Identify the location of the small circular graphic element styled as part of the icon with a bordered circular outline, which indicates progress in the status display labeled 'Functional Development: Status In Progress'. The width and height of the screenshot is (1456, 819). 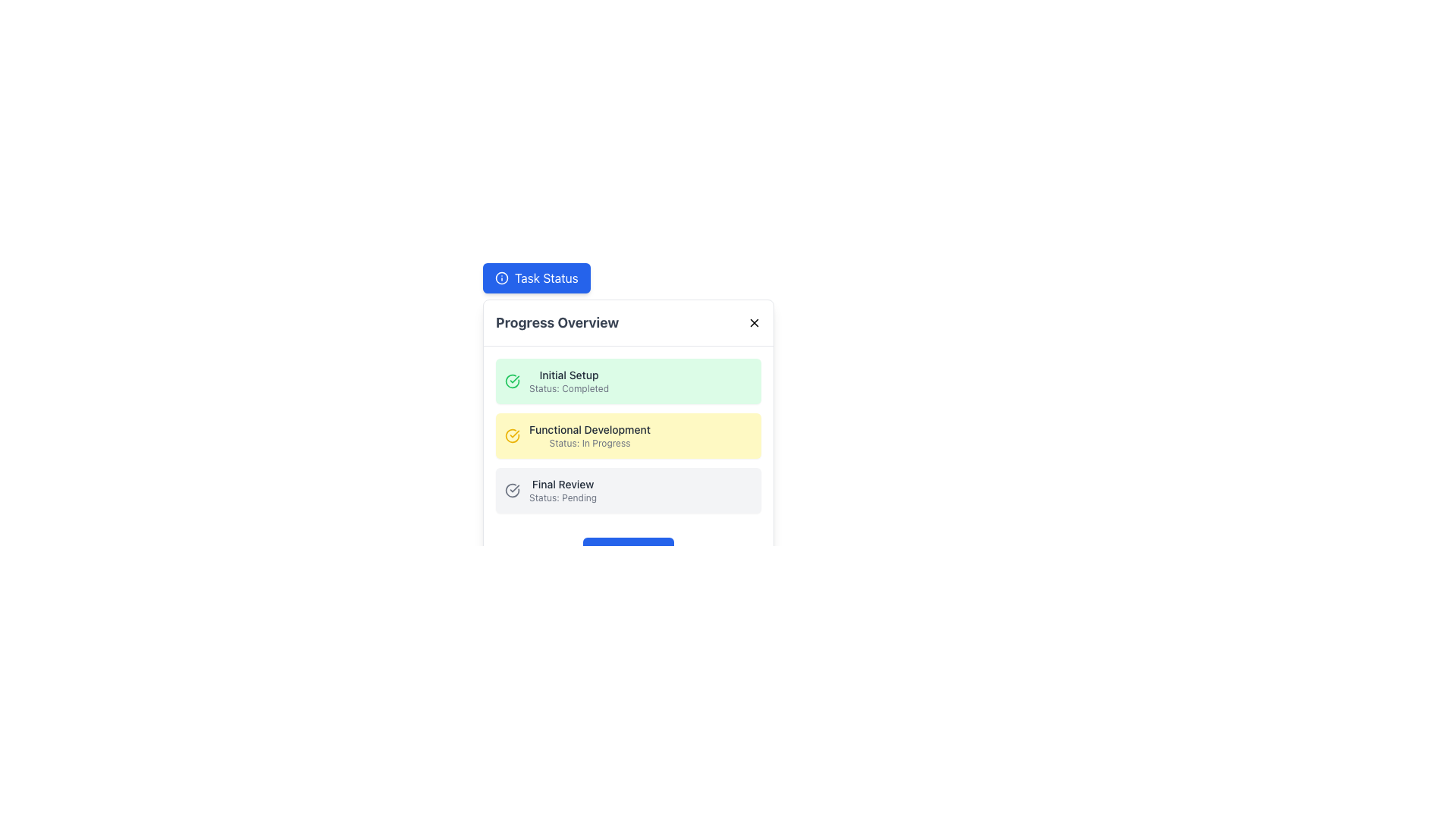
(513, 435).